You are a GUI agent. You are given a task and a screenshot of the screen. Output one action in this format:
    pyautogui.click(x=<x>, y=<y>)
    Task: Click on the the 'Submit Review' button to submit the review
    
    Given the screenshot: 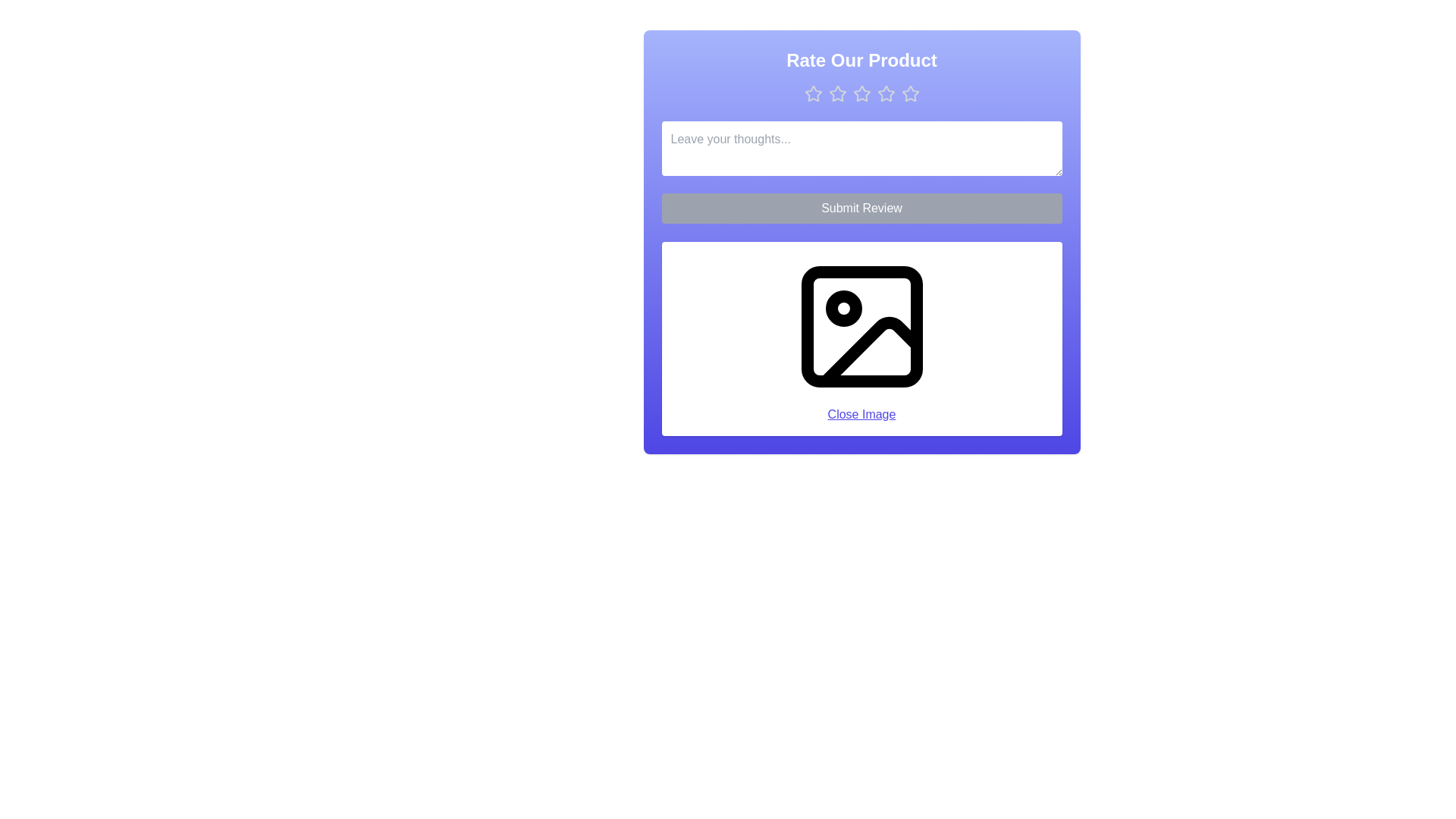 What is the action you would take?
    pyautogui.click(x=861, y=208)
    